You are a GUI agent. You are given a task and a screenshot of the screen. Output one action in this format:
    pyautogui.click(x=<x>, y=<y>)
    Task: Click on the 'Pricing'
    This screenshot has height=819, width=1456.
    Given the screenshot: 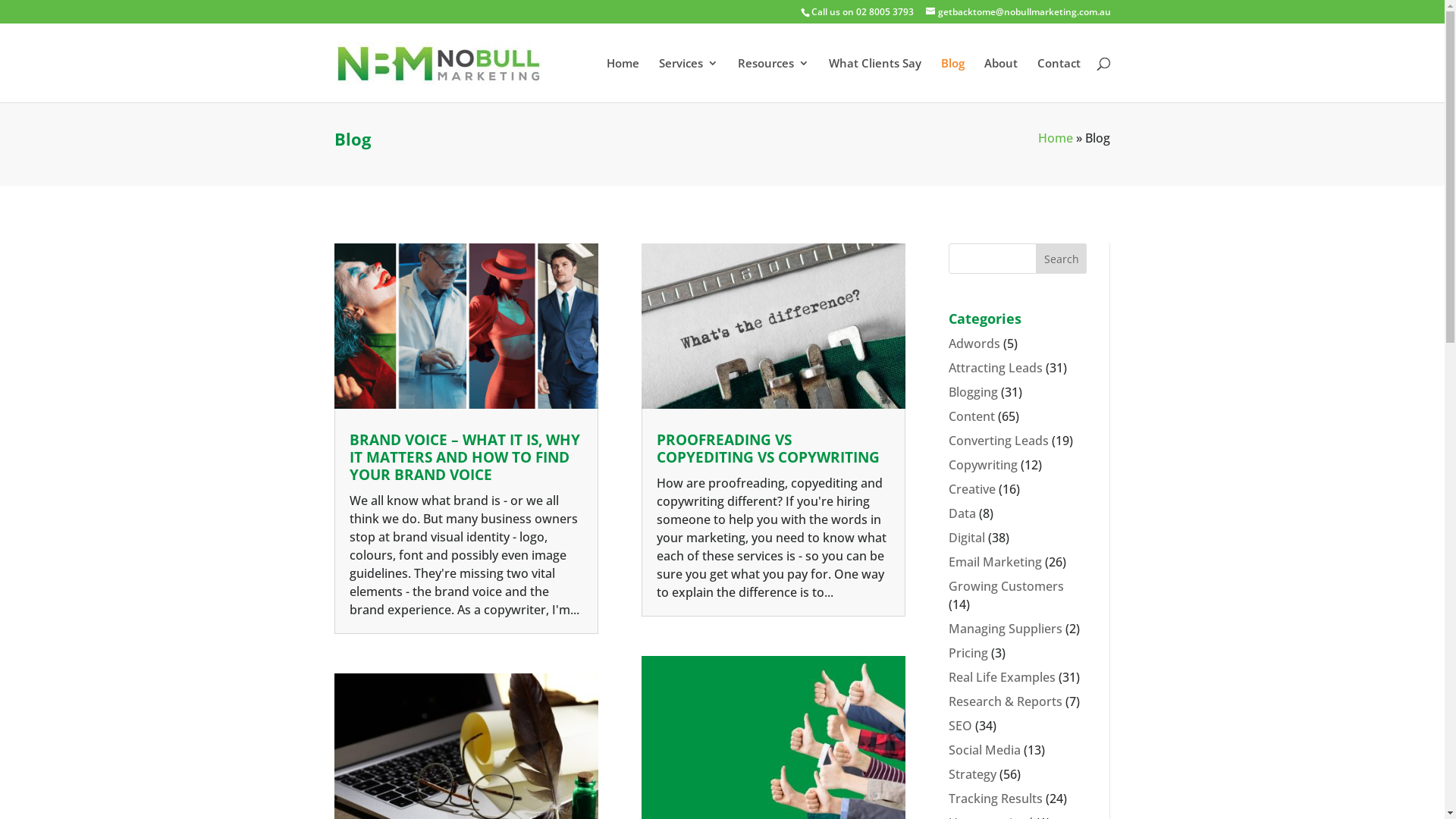 What is the action you would take?
    pyautogui.click(x=967, y=651)
    